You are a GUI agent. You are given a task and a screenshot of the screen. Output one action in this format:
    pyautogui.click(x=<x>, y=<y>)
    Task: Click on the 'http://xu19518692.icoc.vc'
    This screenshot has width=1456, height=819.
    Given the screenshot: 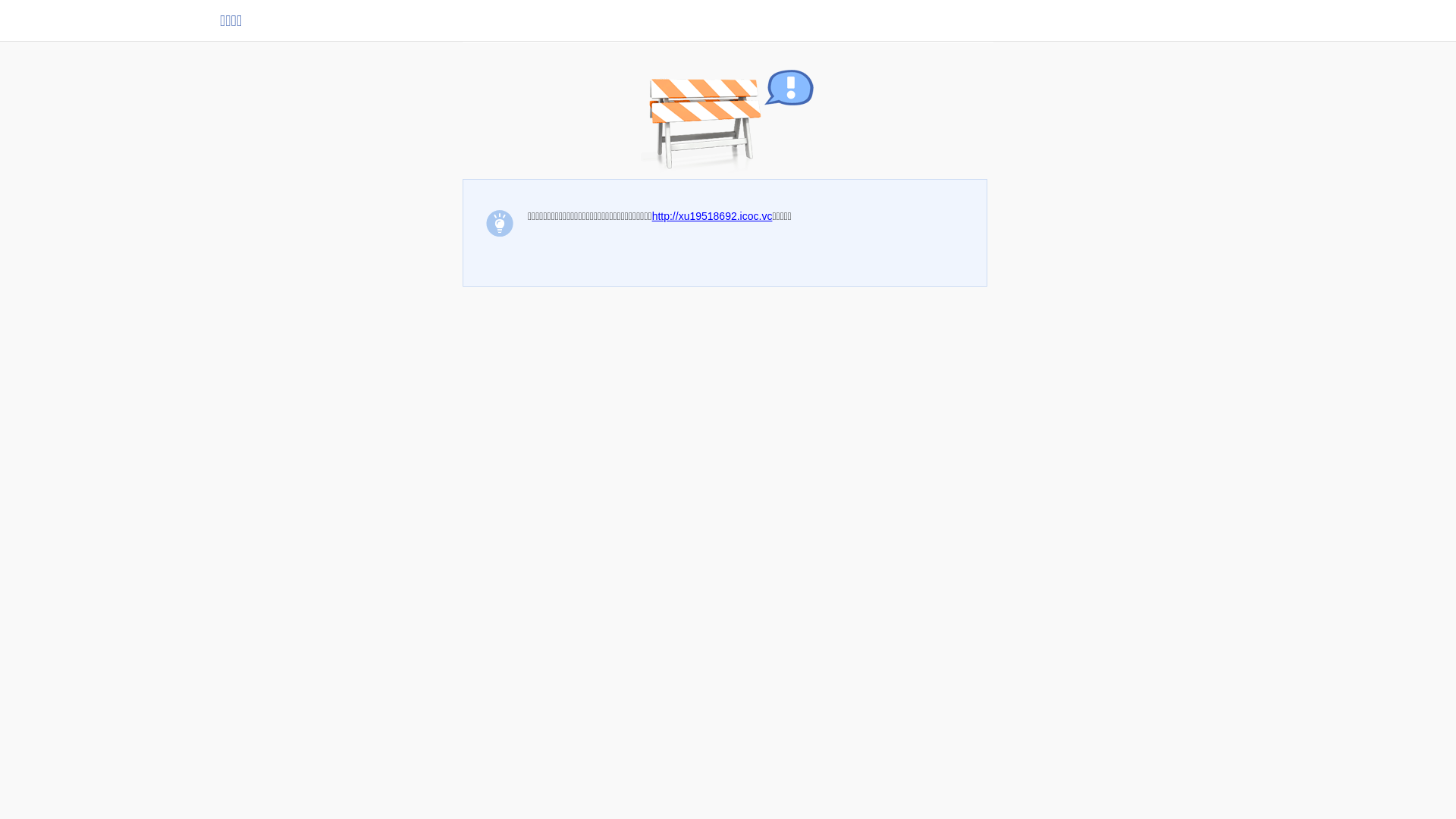 What is the action you would take?
    pyautogui.click(x=711, y=216)
    